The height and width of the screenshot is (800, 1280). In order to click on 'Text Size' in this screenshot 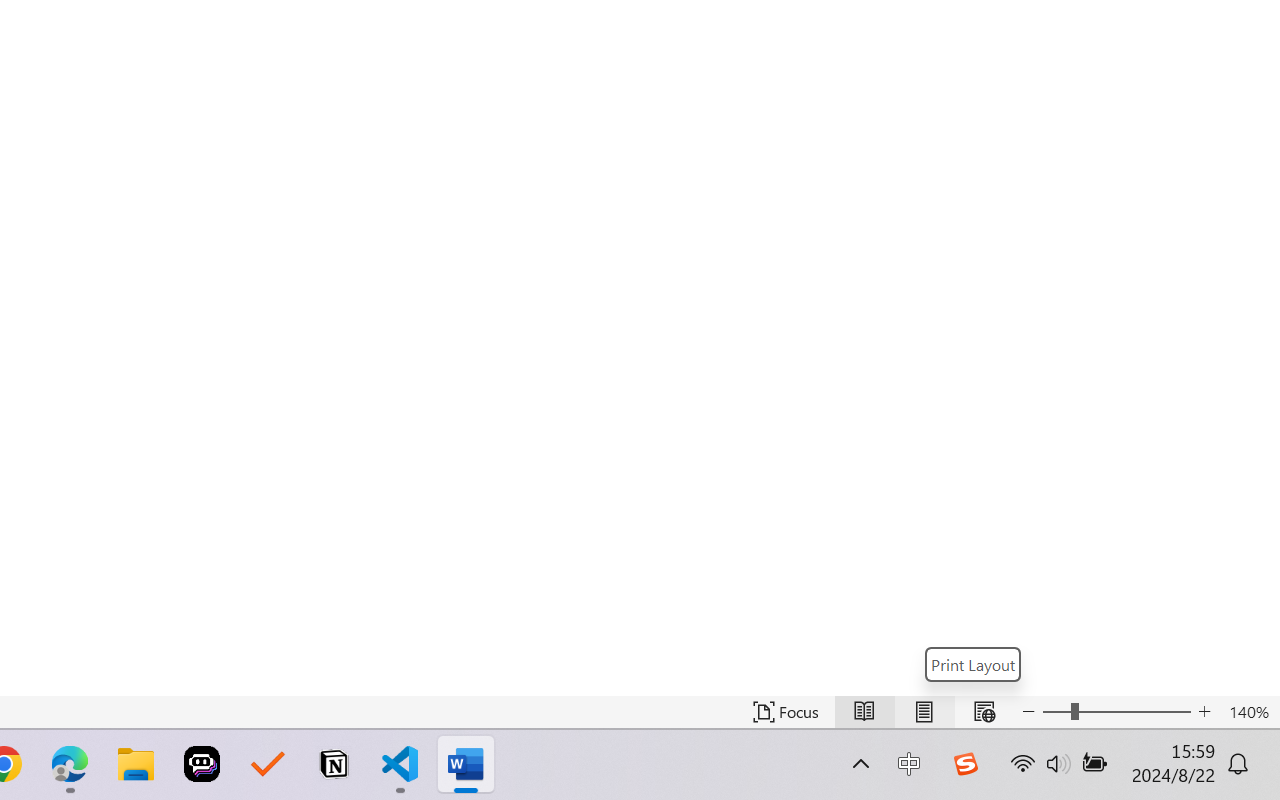, I will do `click(1115, 711)`.